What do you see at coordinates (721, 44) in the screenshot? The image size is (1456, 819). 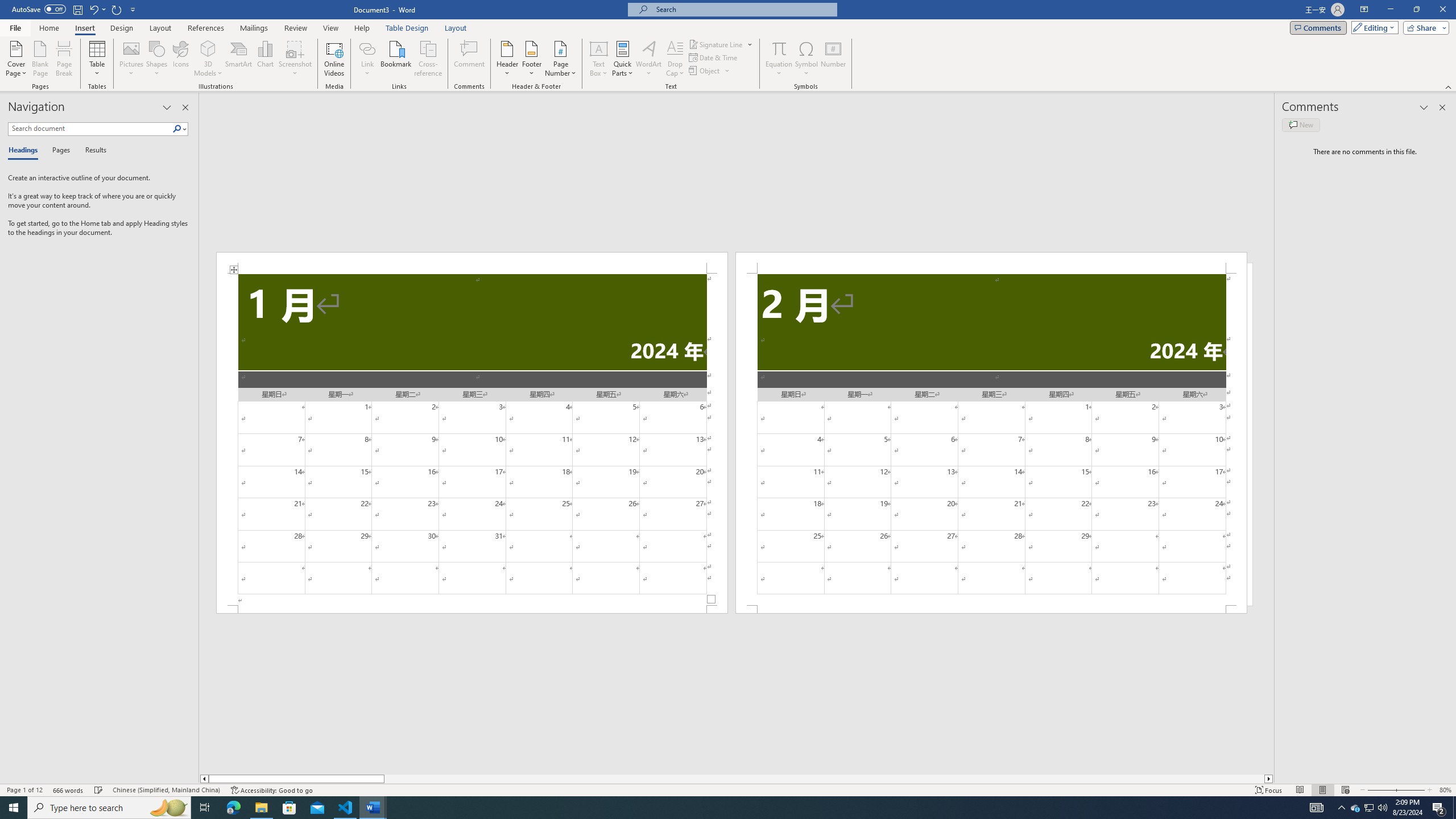 I see `'Signature Line'` at bounding box center [721, 44].